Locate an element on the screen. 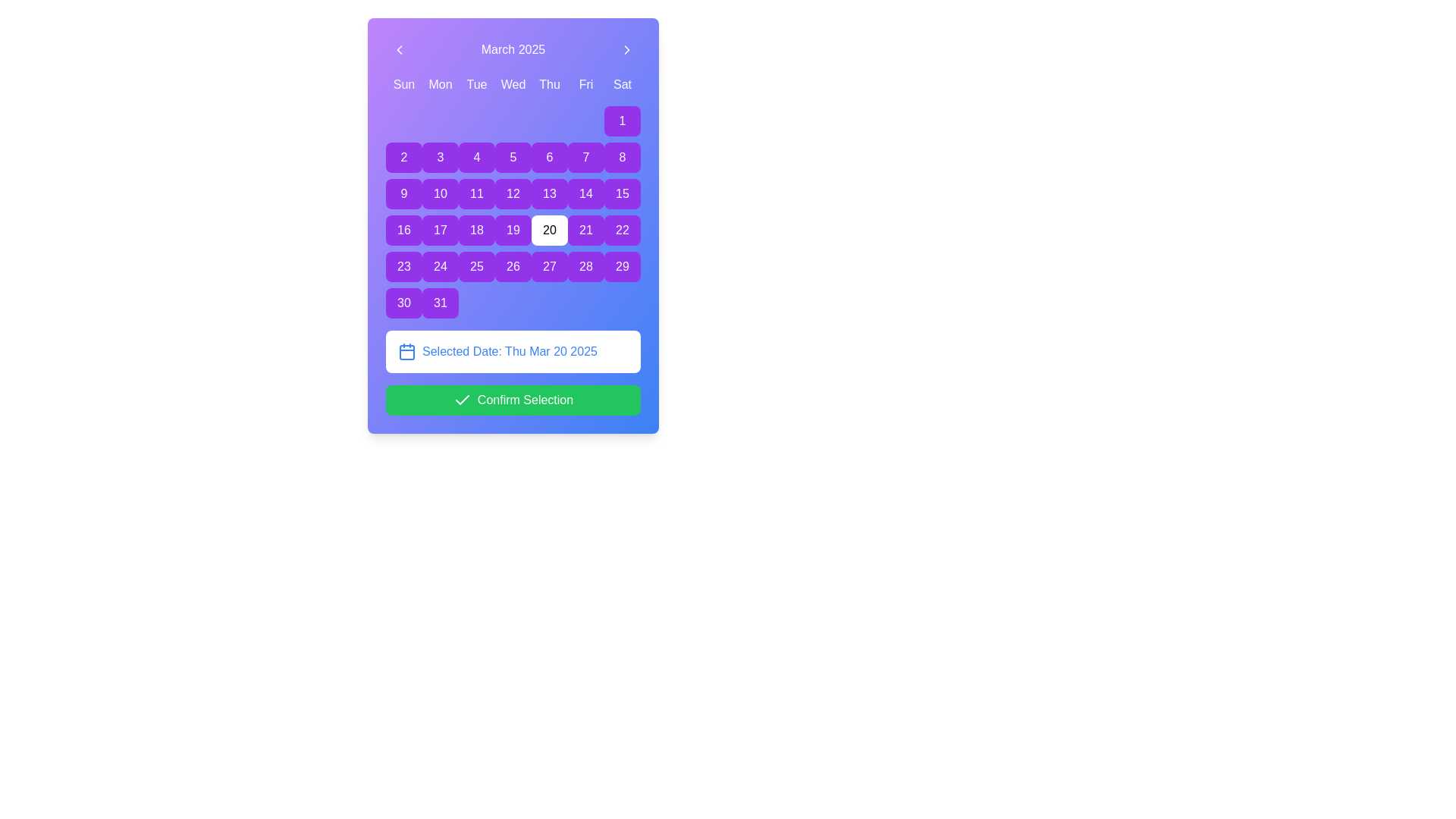 This screenshot has width=1456, height=819. the button representing the date '6' in the calendar interface is located at coordinates (548, 158).